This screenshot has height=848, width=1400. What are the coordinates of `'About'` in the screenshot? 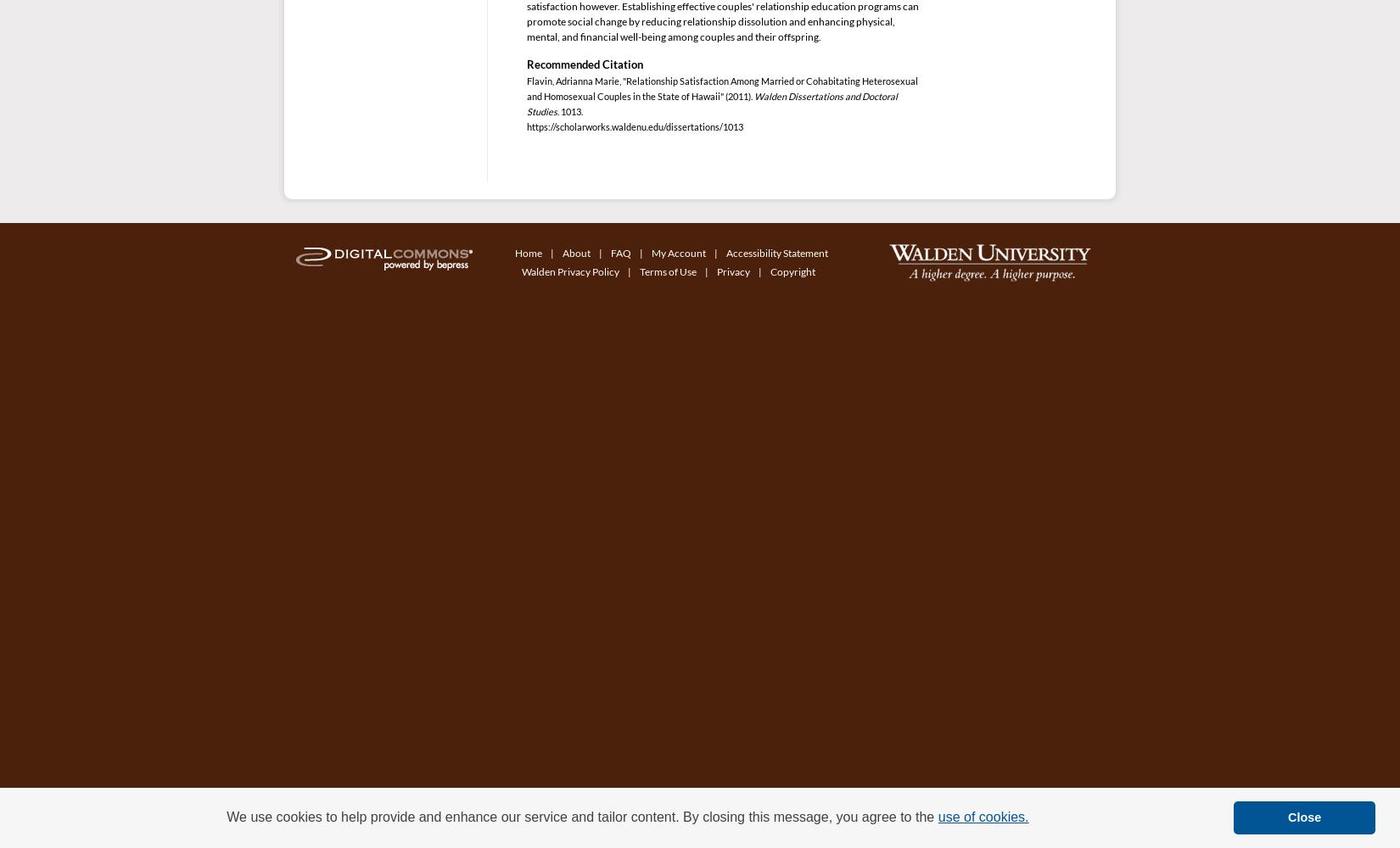 It's located at (576, 253).